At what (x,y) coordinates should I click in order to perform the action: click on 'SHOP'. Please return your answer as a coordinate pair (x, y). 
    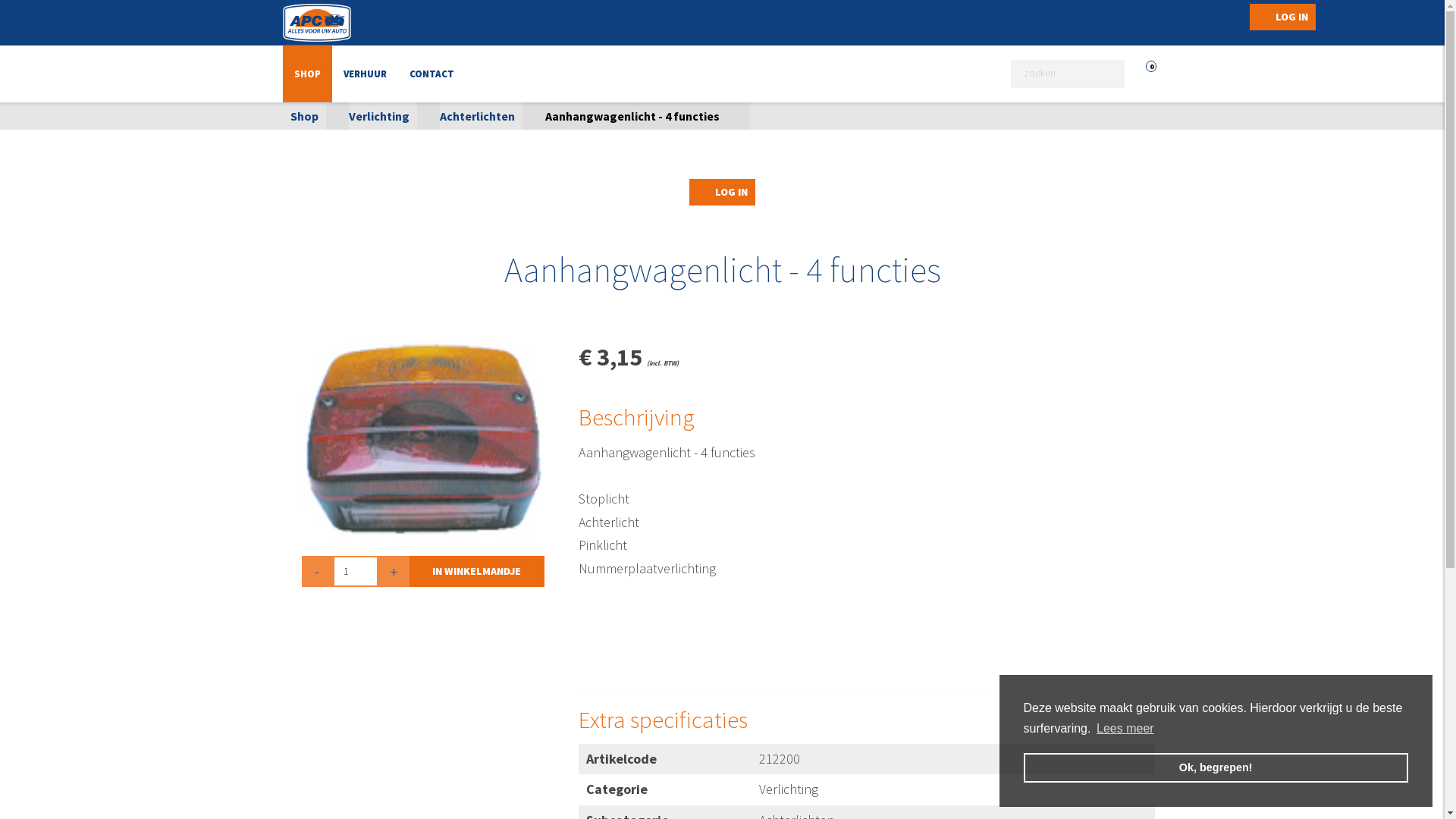
    Looking at the image, I should click on (306, 74).